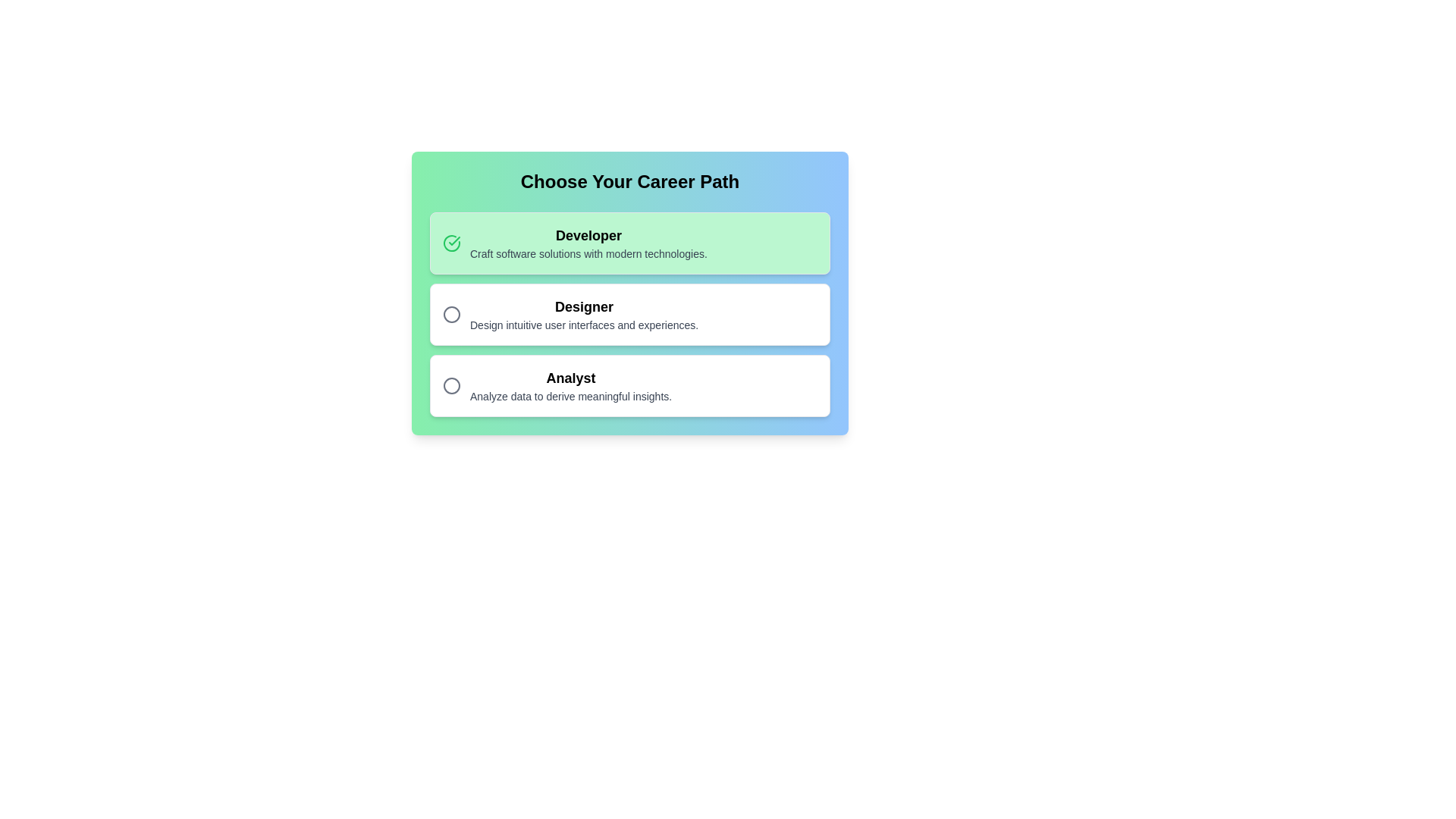 This screenshot has width=1456, height=819. What do you see at coordinates (450, 314) in the screenshot?
I see `the circular SVG graphic element that serves as an icon next to the 'Designer' label in the second option of the career paths list` at bounding box center [450, 314].